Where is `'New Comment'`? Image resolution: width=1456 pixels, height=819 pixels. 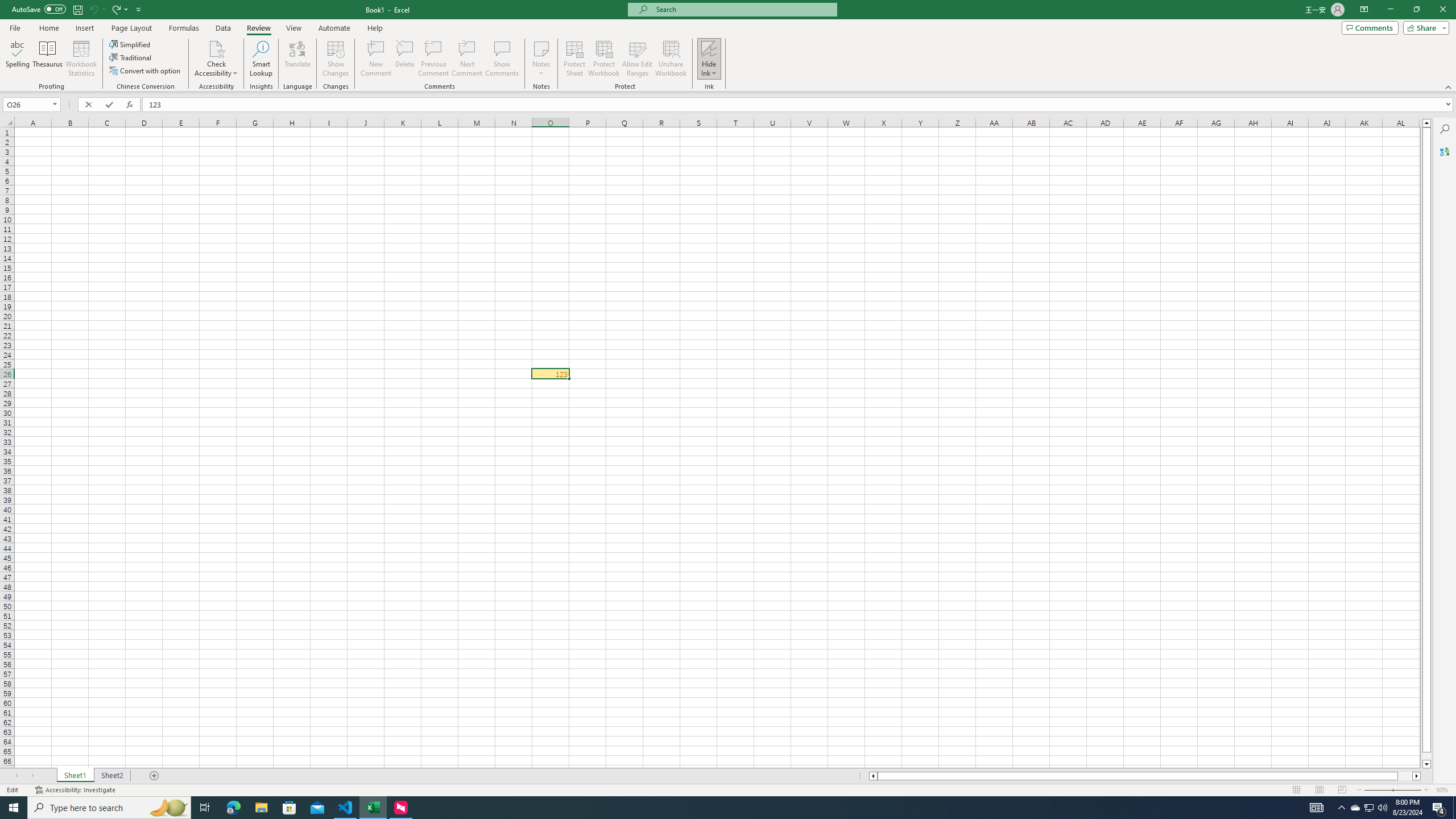
'New Comment' is located at coordinates (375, 59).